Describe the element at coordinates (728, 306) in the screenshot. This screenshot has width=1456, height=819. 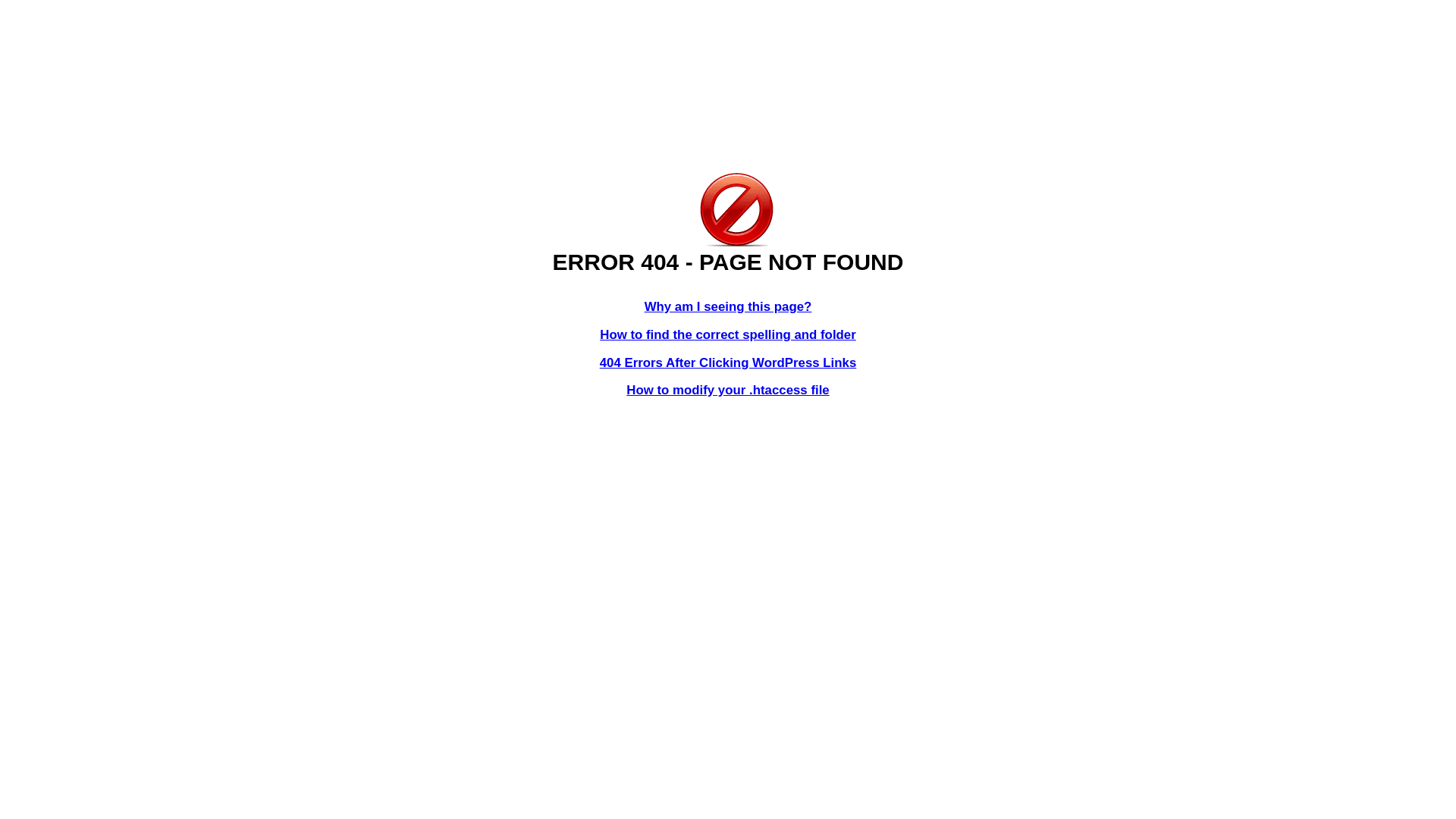
I see `'Why am I seeing this page?'` at that location.